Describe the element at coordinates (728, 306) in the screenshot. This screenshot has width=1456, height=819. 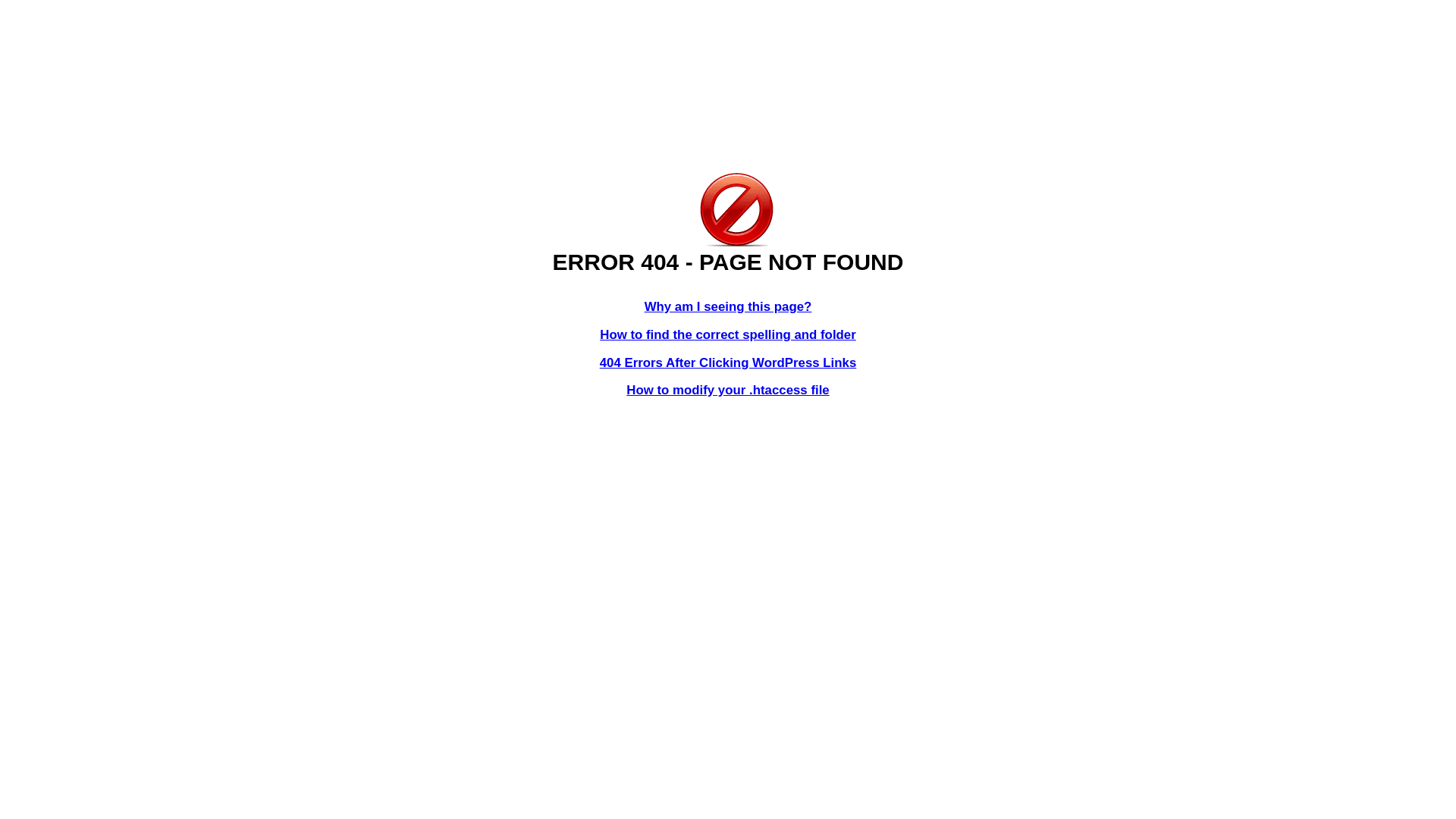
I see `'Why am I seeing this page?'` at that location.